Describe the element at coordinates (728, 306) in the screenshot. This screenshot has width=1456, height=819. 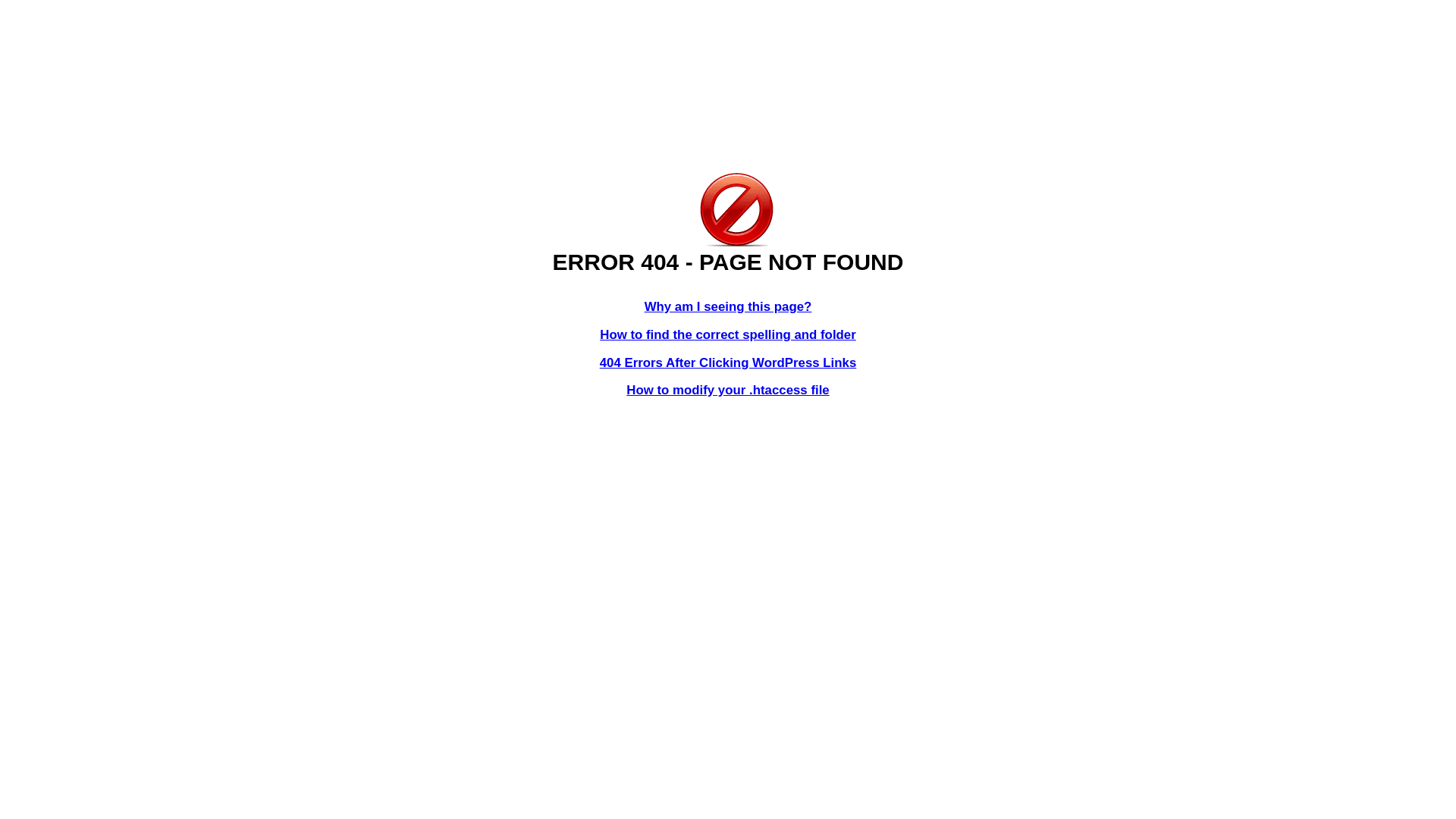
I see `'Why am I seeing this page?'` at that location.